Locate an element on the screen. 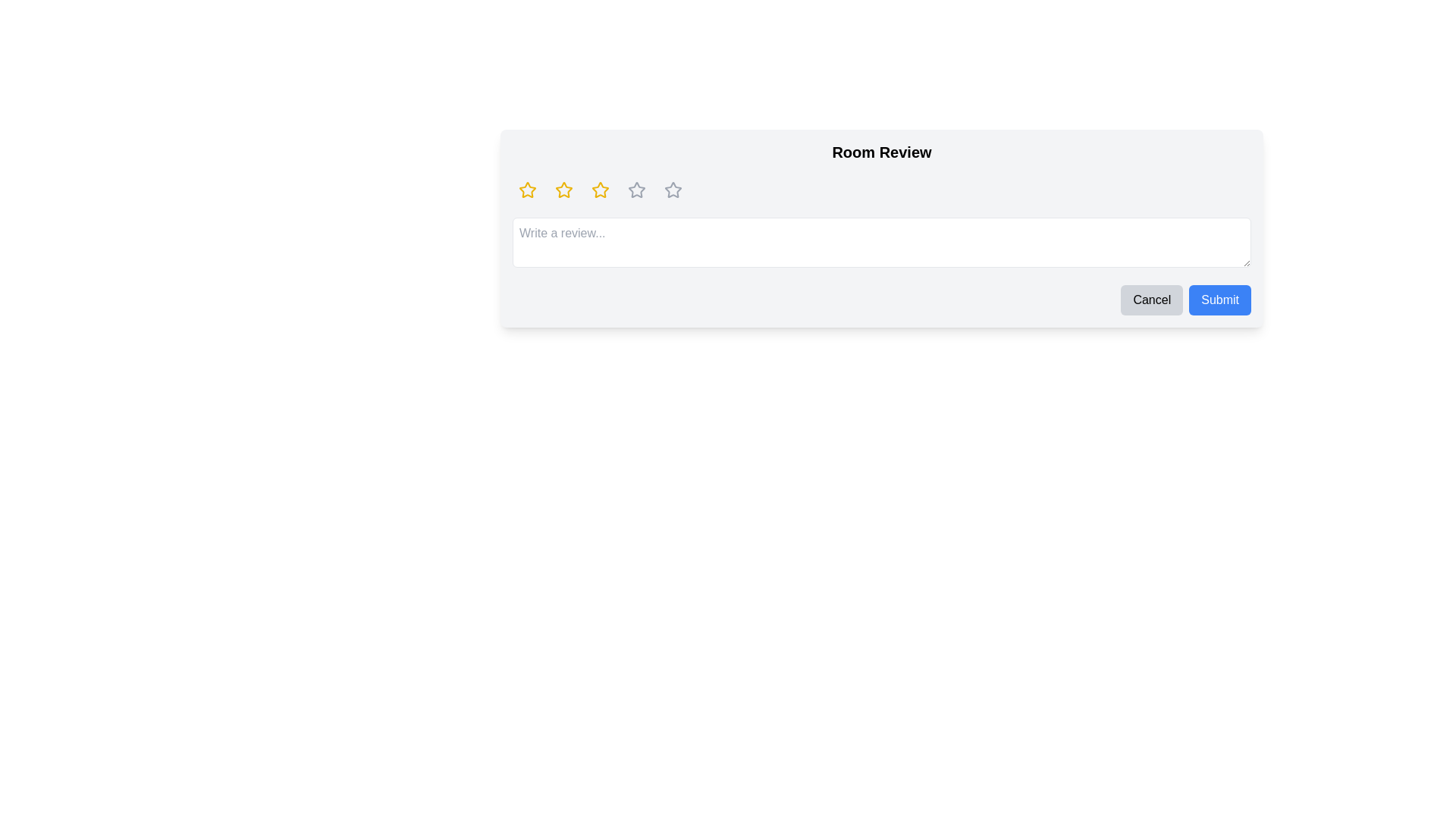 The width and height of the screenshot is (1456, 819). the fourth star-shaped icon in the star rating component is located at coordinates (637, 189).